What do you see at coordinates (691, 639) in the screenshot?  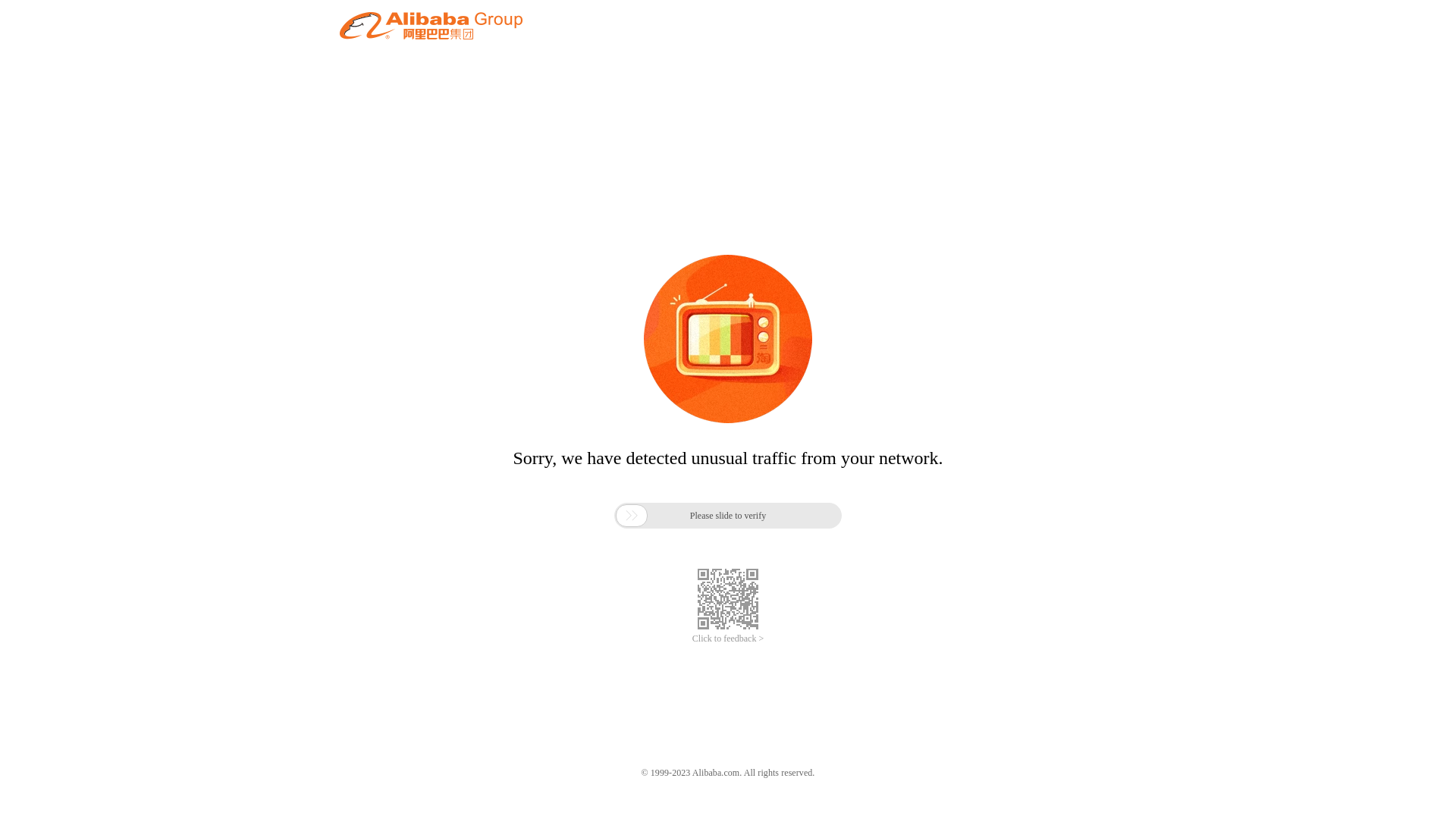 I see `'Click to feedback >'` at bounding box center [691, 639].